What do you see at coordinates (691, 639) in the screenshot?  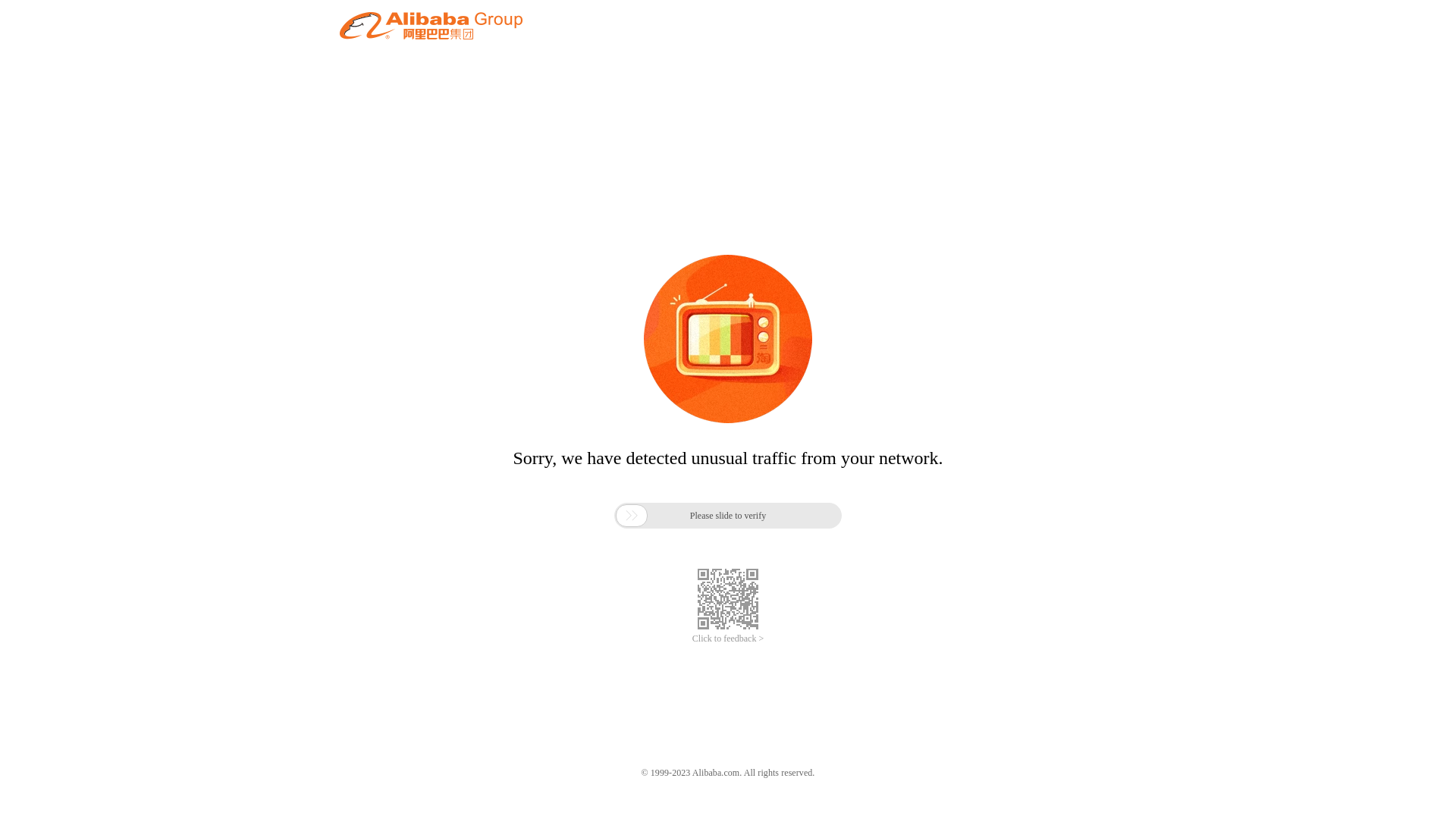 I see `'Click to feedback >'` at bounding box center [691, 639].